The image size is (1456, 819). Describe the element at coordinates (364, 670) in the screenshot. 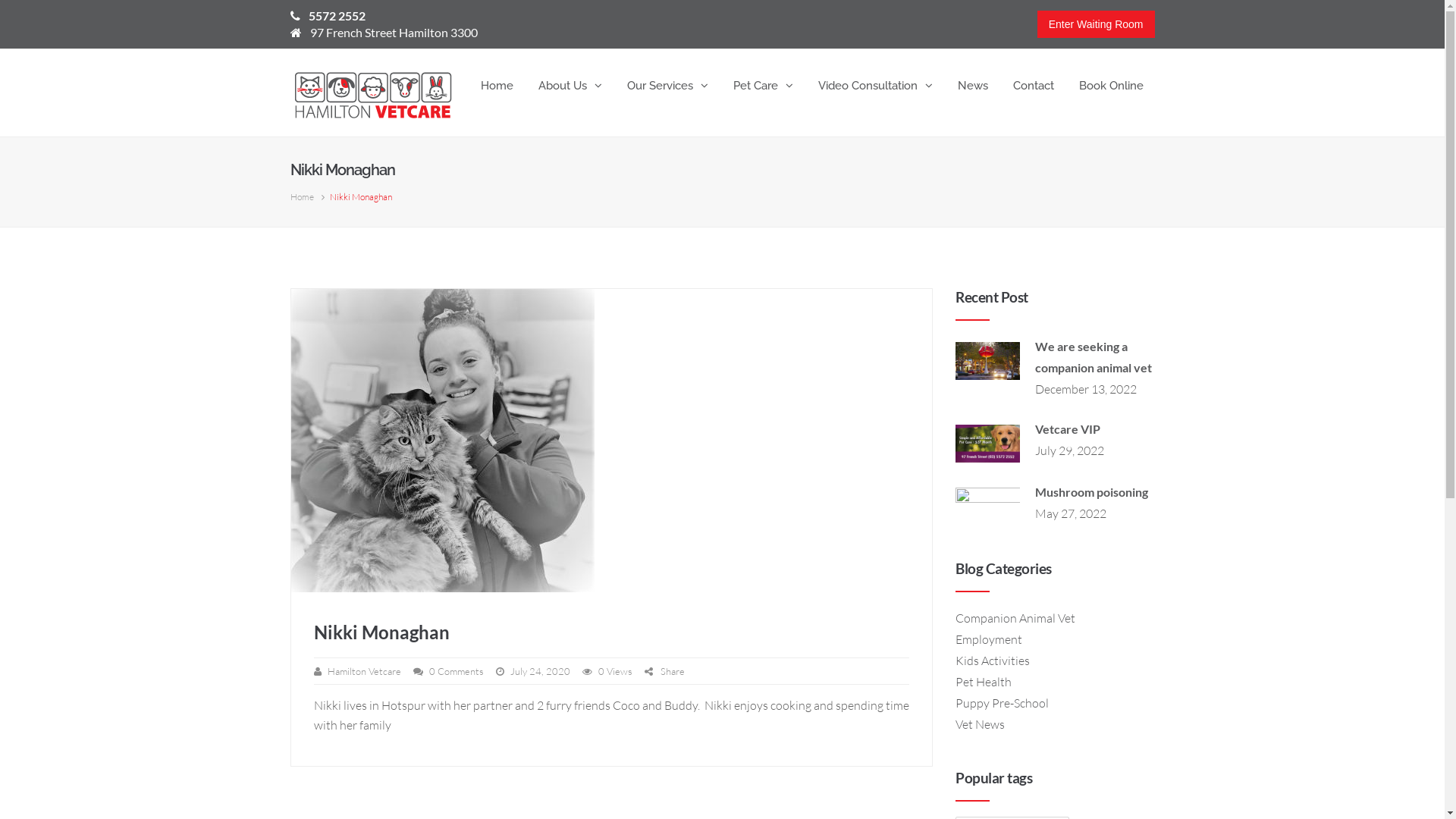

I see `'Hamilton Vetcare'` at that location.